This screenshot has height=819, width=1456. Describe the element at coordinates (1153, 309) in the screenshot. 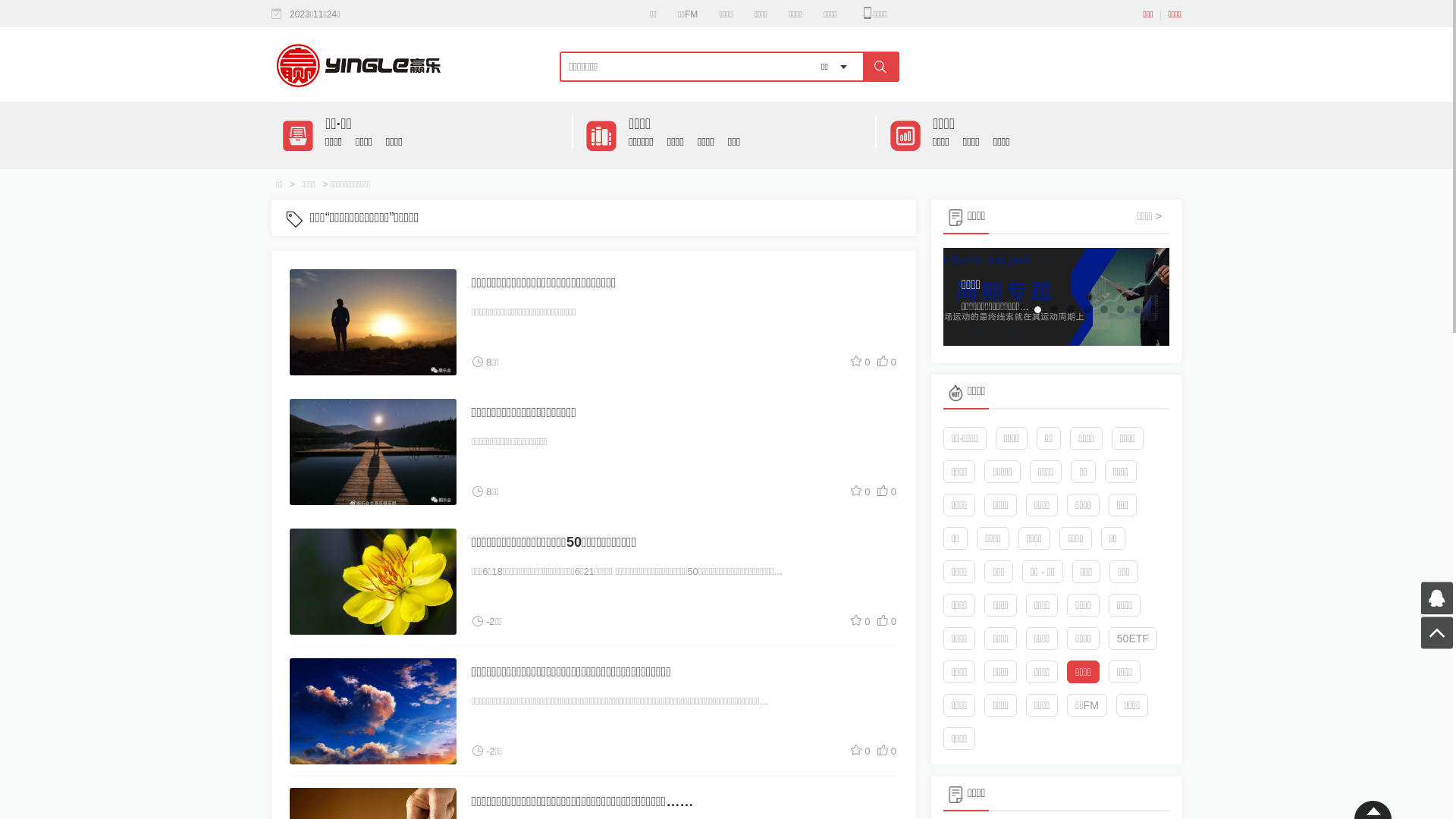

I see `'12'` at that location.